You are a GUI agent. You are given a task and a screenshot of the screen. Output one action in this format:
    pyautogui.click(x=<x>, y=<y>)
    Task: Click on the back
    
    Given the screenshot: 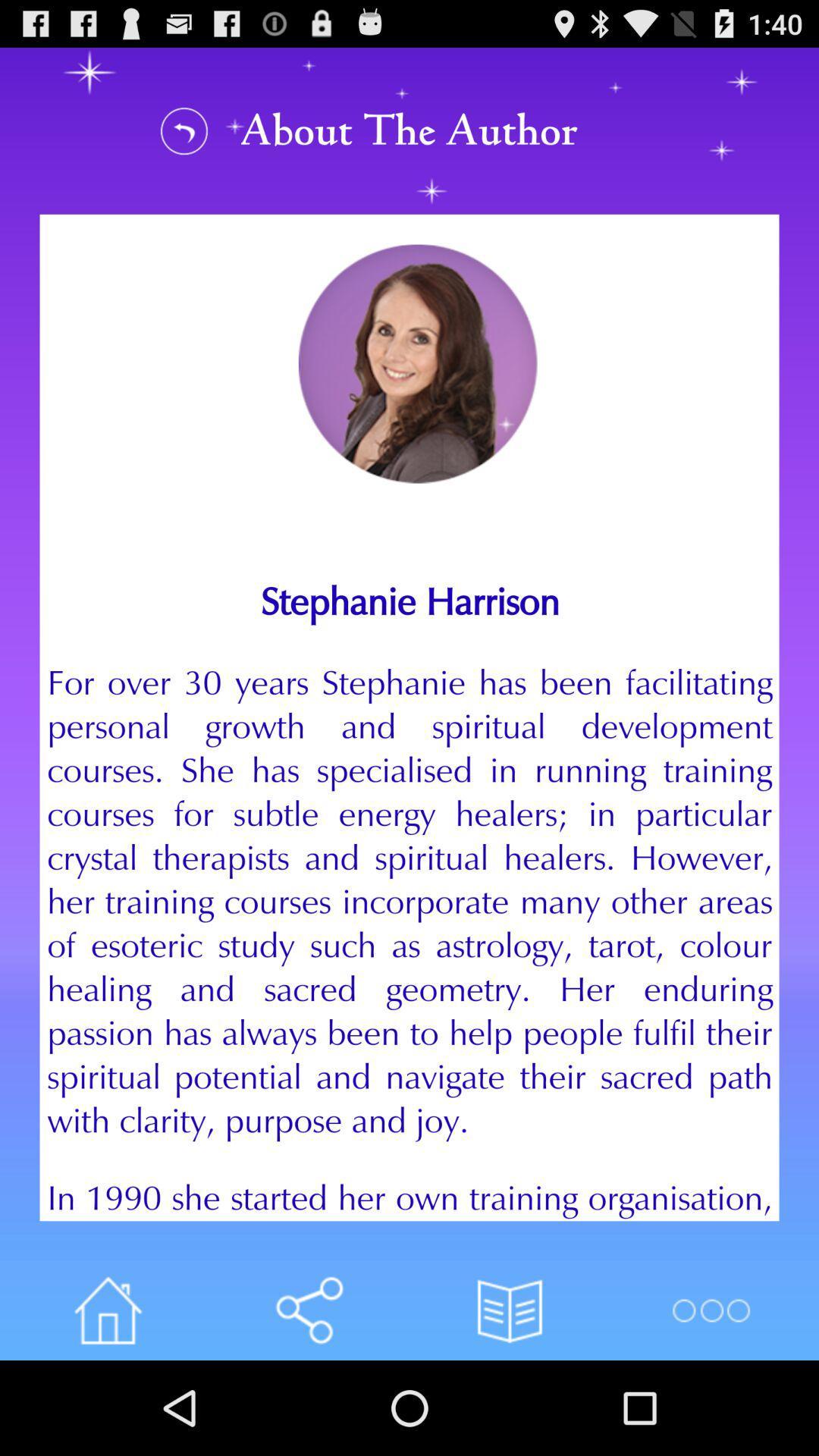 What is the action you would take?
    pyautogui.click(x=184, y=130)
    